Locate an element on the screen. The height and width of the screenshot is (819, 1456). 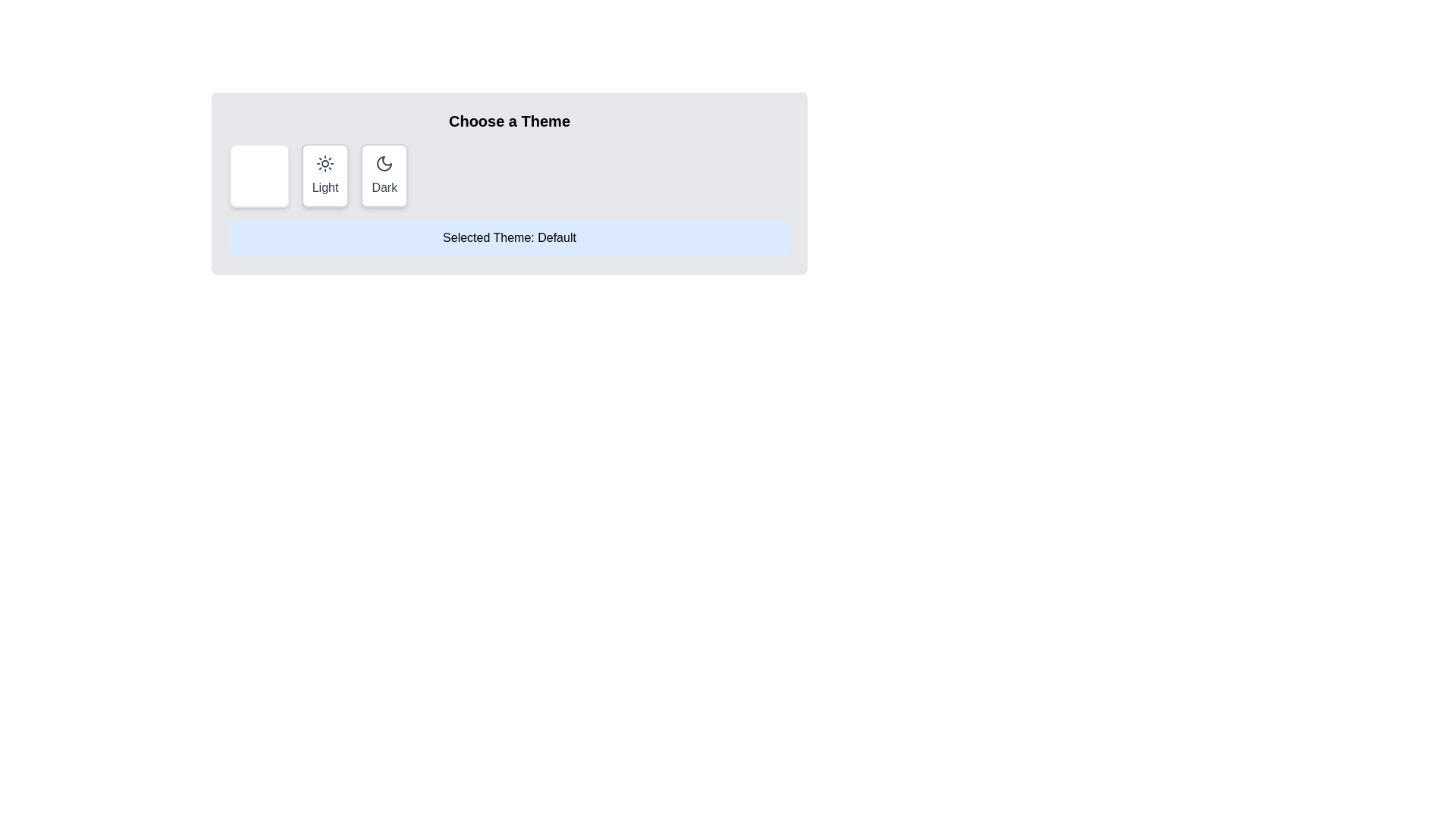
the 'Light' theme button, which is the second button in a horizontal group of three is located at coordinates (325, 174).